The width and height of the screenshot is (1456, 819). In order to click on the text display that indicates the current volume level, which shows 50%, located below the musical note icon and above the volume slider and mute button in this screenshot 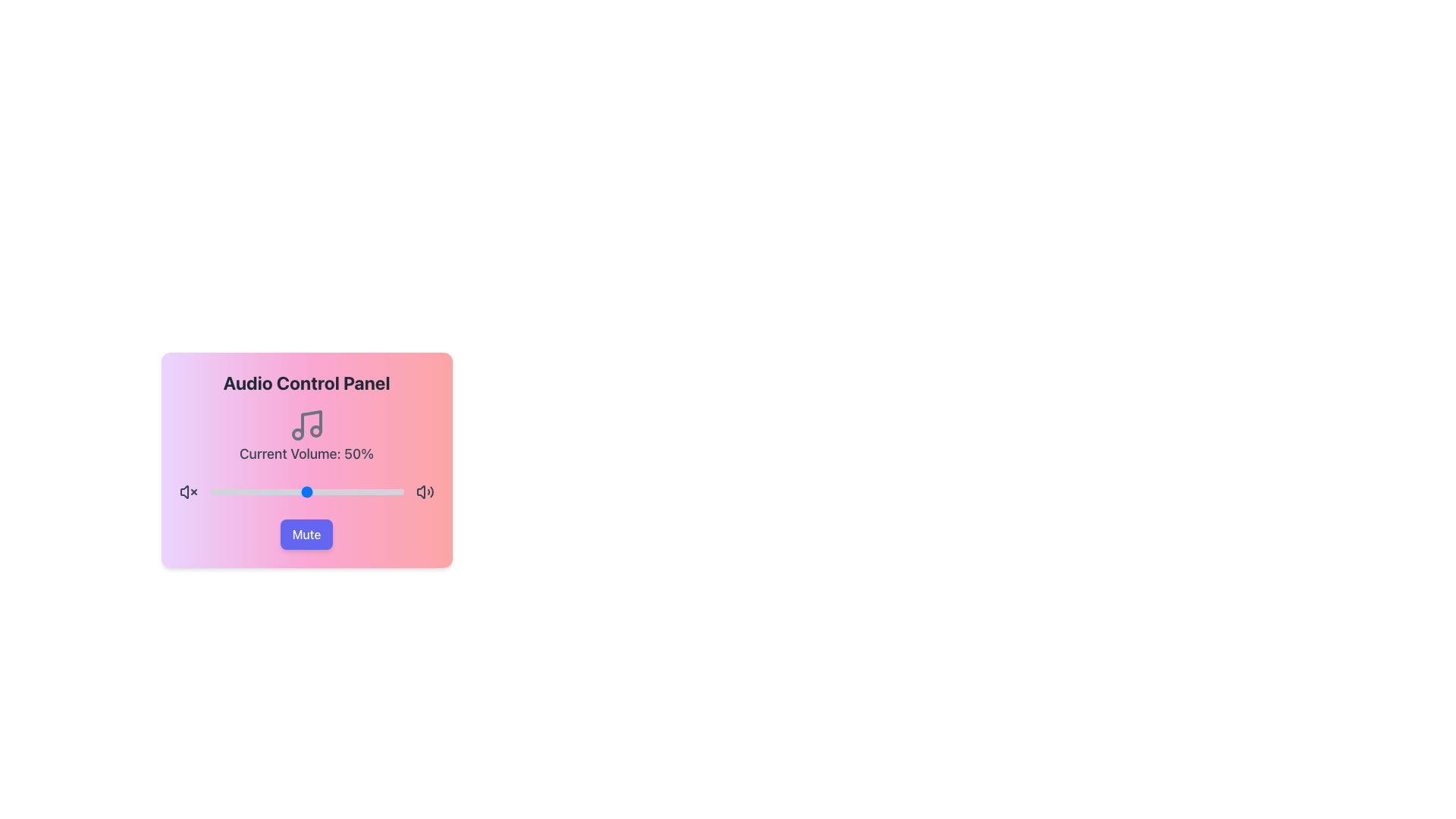, I will do `click(306, 453)`.